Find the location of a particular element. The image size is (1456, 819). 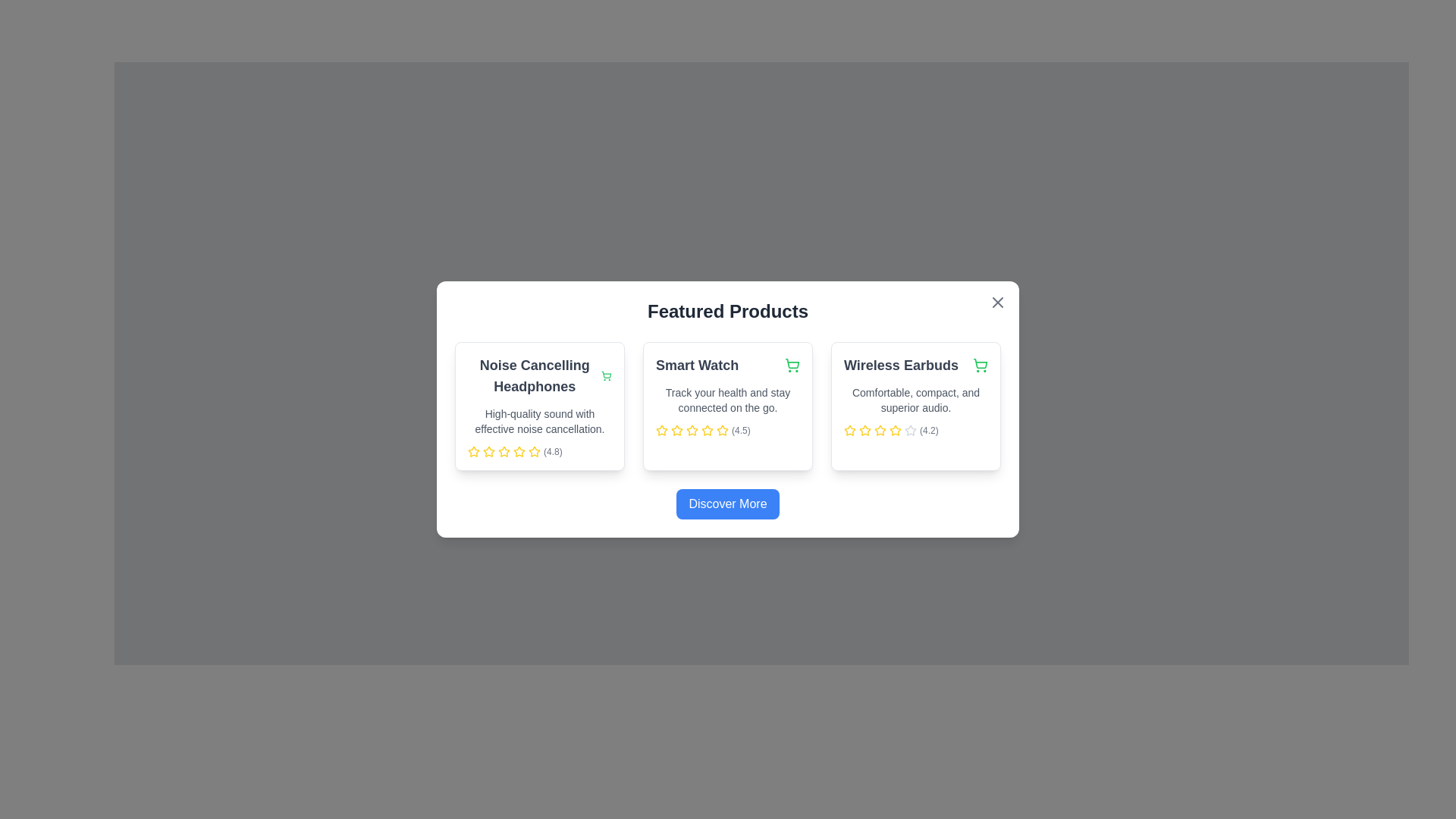

the shopping cart icon button located to the right of the 'Wireless Earbuds' title in the 'Featured Products' section is located at coordinates (980, 366).